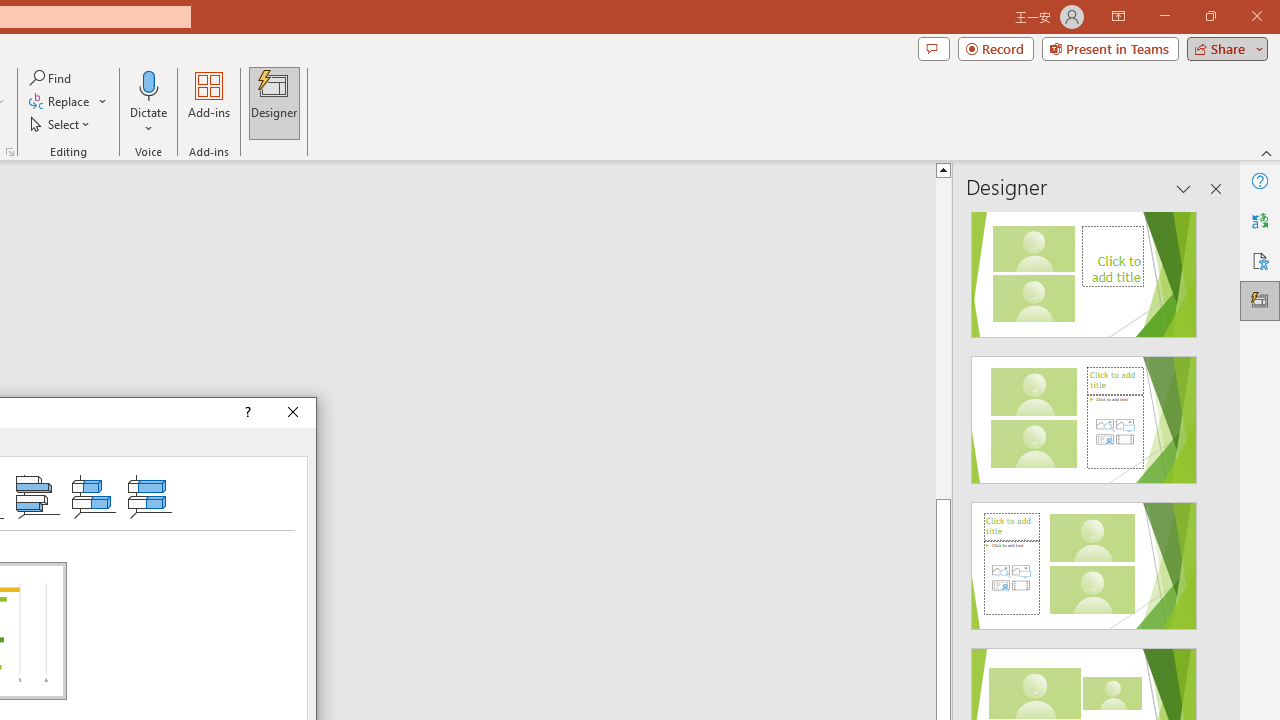 Image resolution: width=1280 pixels, height=720 pixels. What do you see at coordinates (245, 411) in the screenshot?
I see `'Context help'` at bounding box center [245, 411].